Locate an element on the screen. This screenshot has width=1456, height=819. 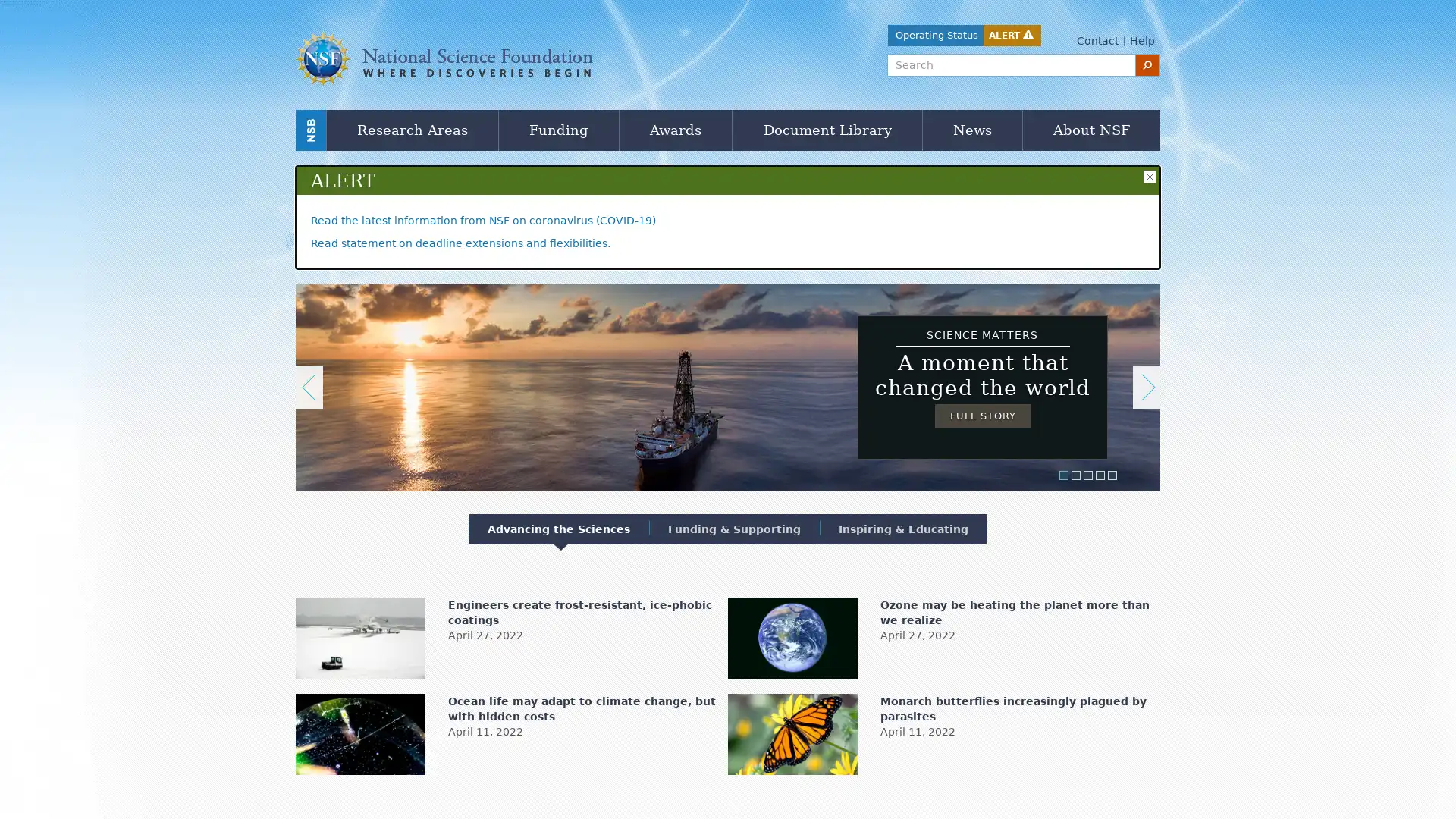
Pause Carousel is located at coordinates (302, 286).